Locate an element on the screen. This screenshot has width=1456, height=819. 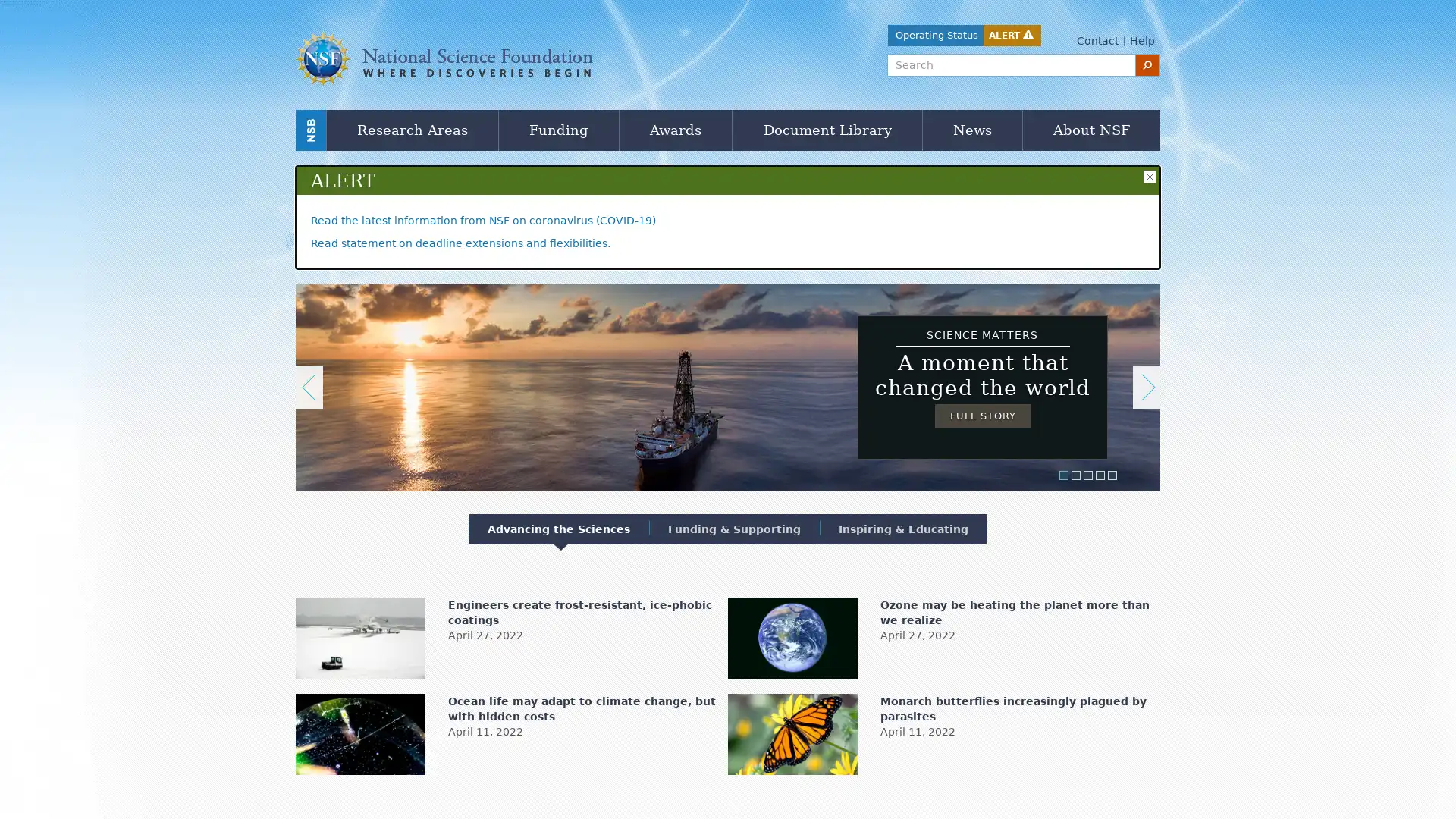
Pause Carousel is located at coordinates (302, 286).